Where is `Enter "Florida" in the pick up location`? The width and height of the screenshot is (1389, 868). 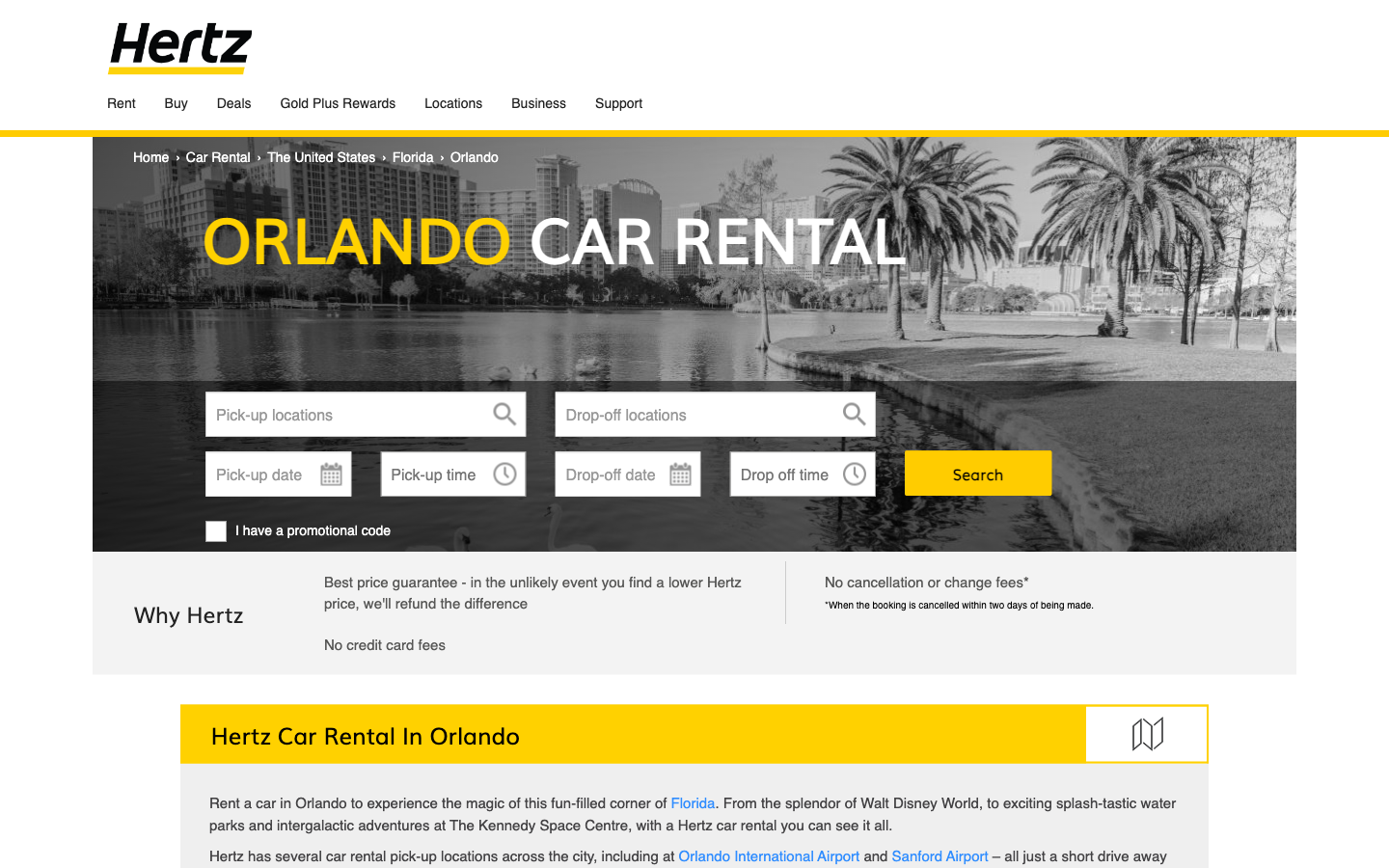 Enter "Florida" in the pick up location is located at coordinates (365, 414).